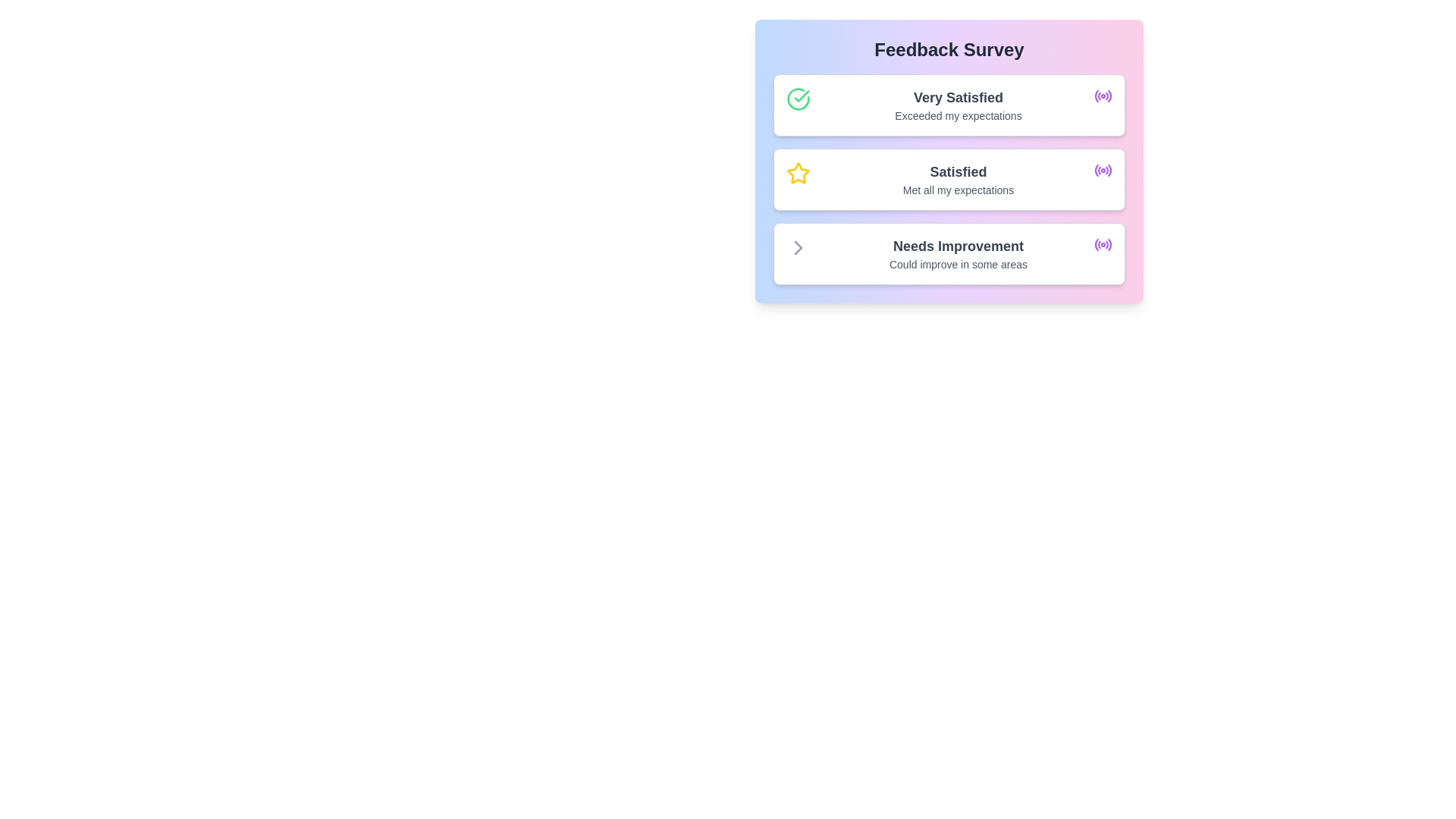 Image resolution: width=1456 pixels, height=819 pixels. What do you see at coordinates (949, 161) in the screenshot?
I see `the 'Satisfied' option card in the feedback survey` at bounding box center [949, 161].